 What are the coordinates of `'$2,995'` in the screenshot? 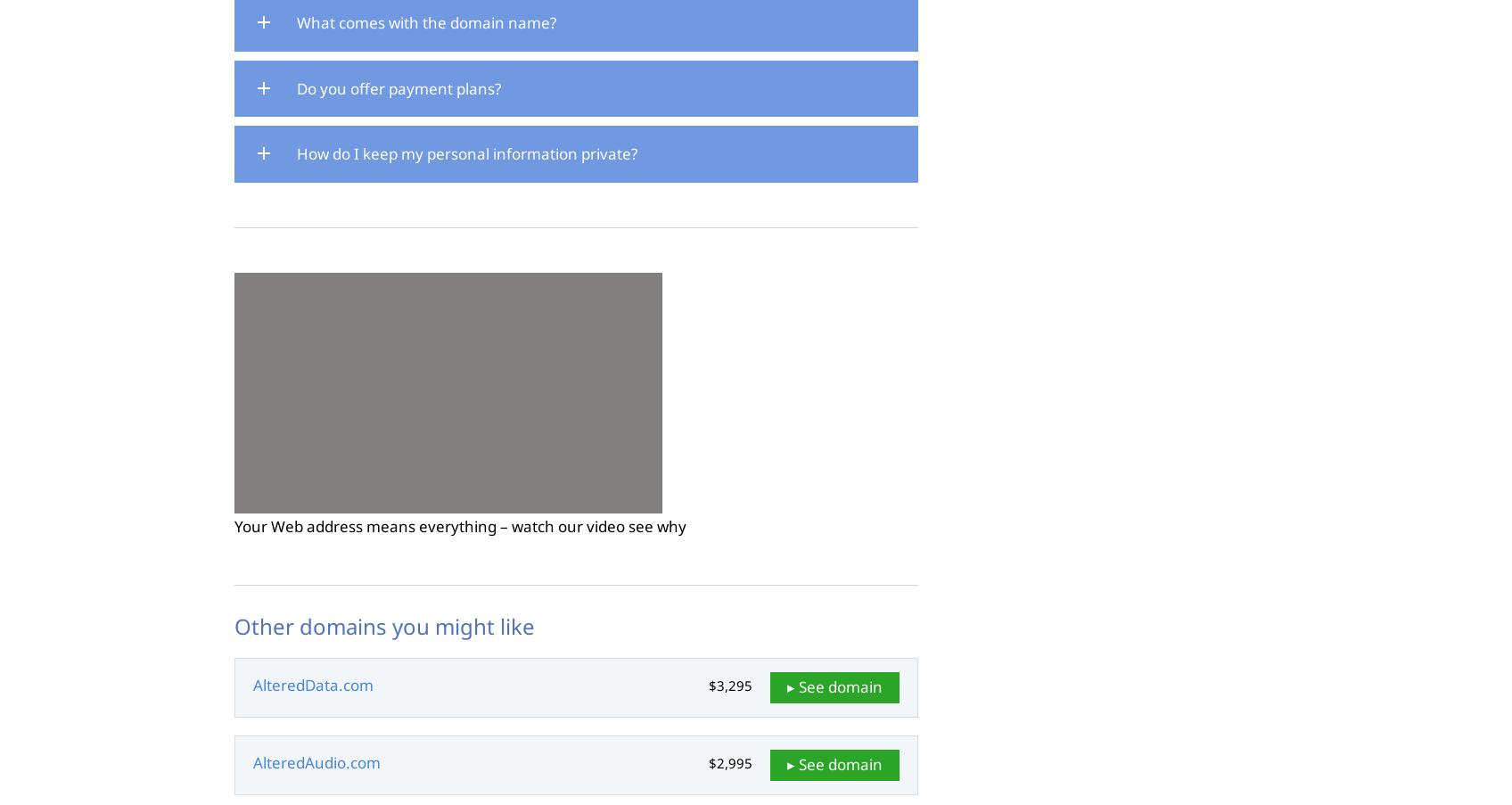 It's located at (729, 763).